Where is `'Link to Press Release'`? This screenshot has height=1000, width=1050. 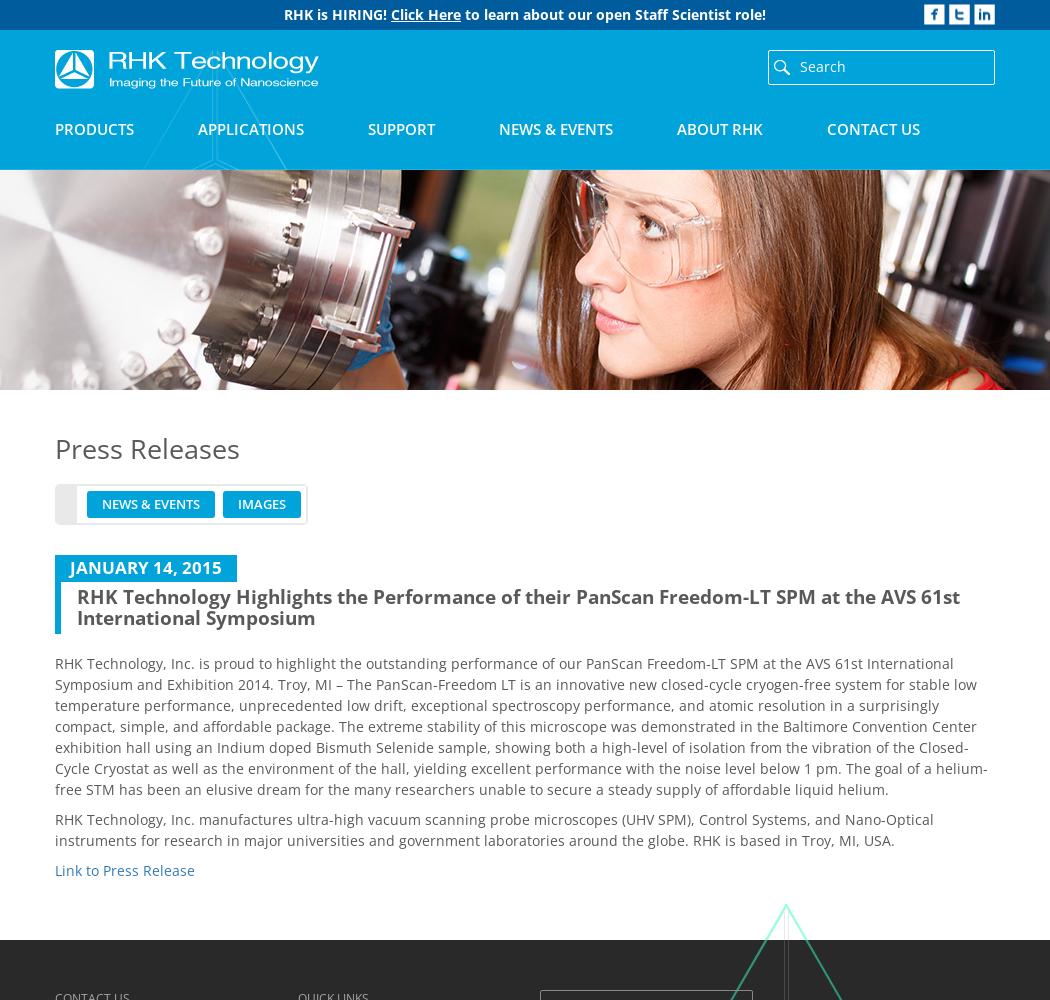
'Link to Press Release' is located at coordinates (123, 868).